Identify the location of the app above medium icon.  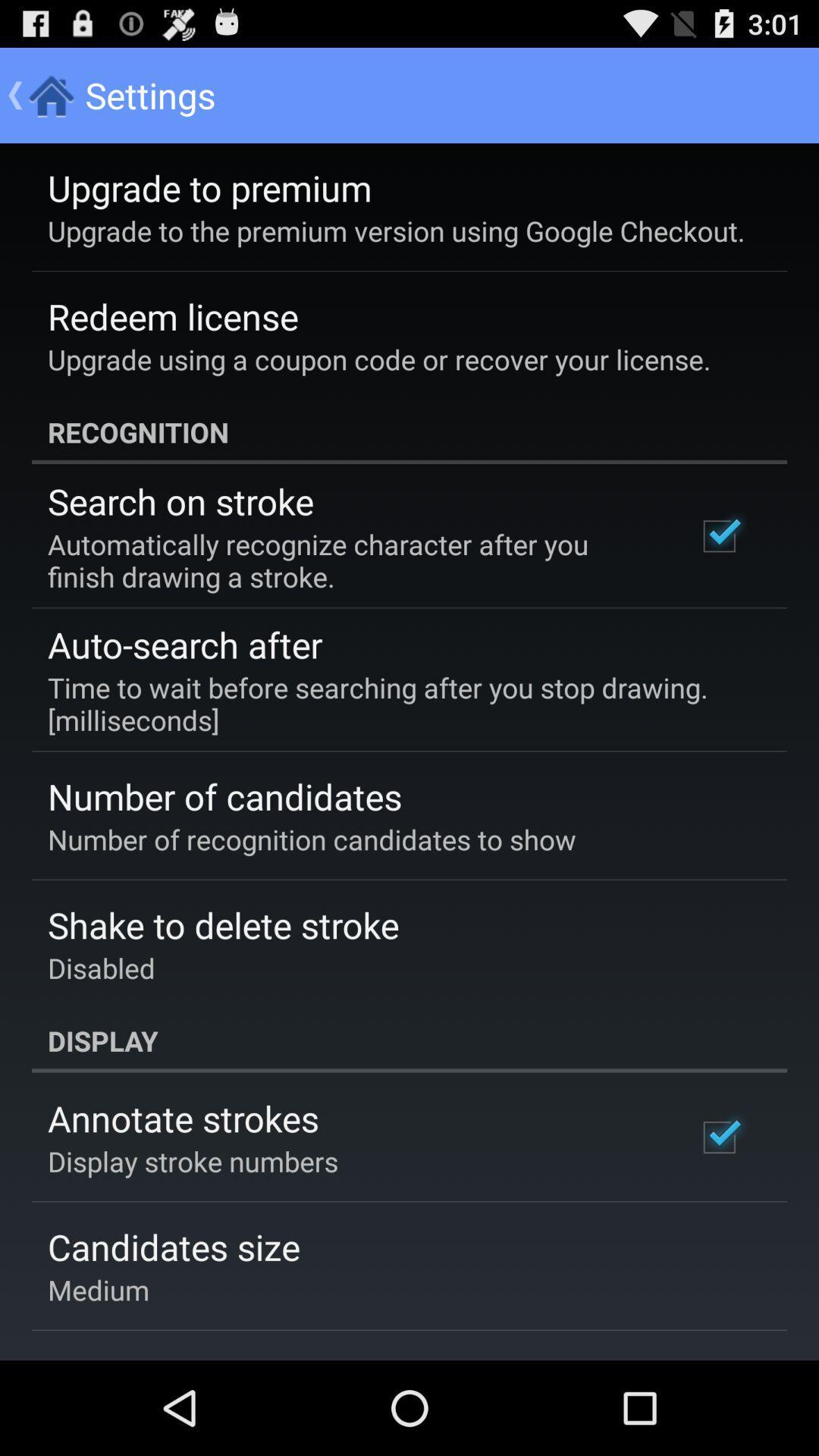
(173, 1247).